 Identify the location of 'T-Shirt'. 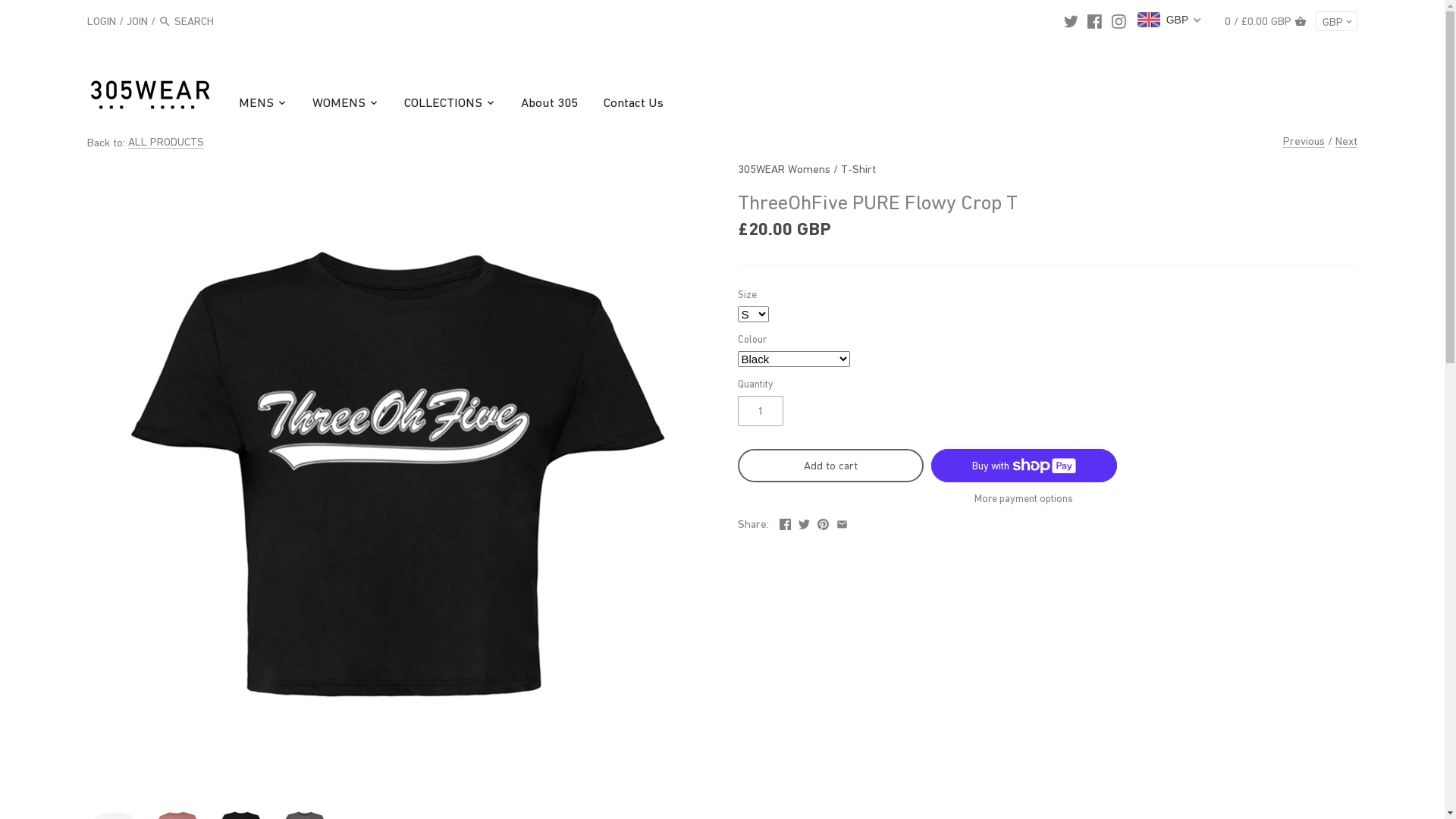
(858, 168).